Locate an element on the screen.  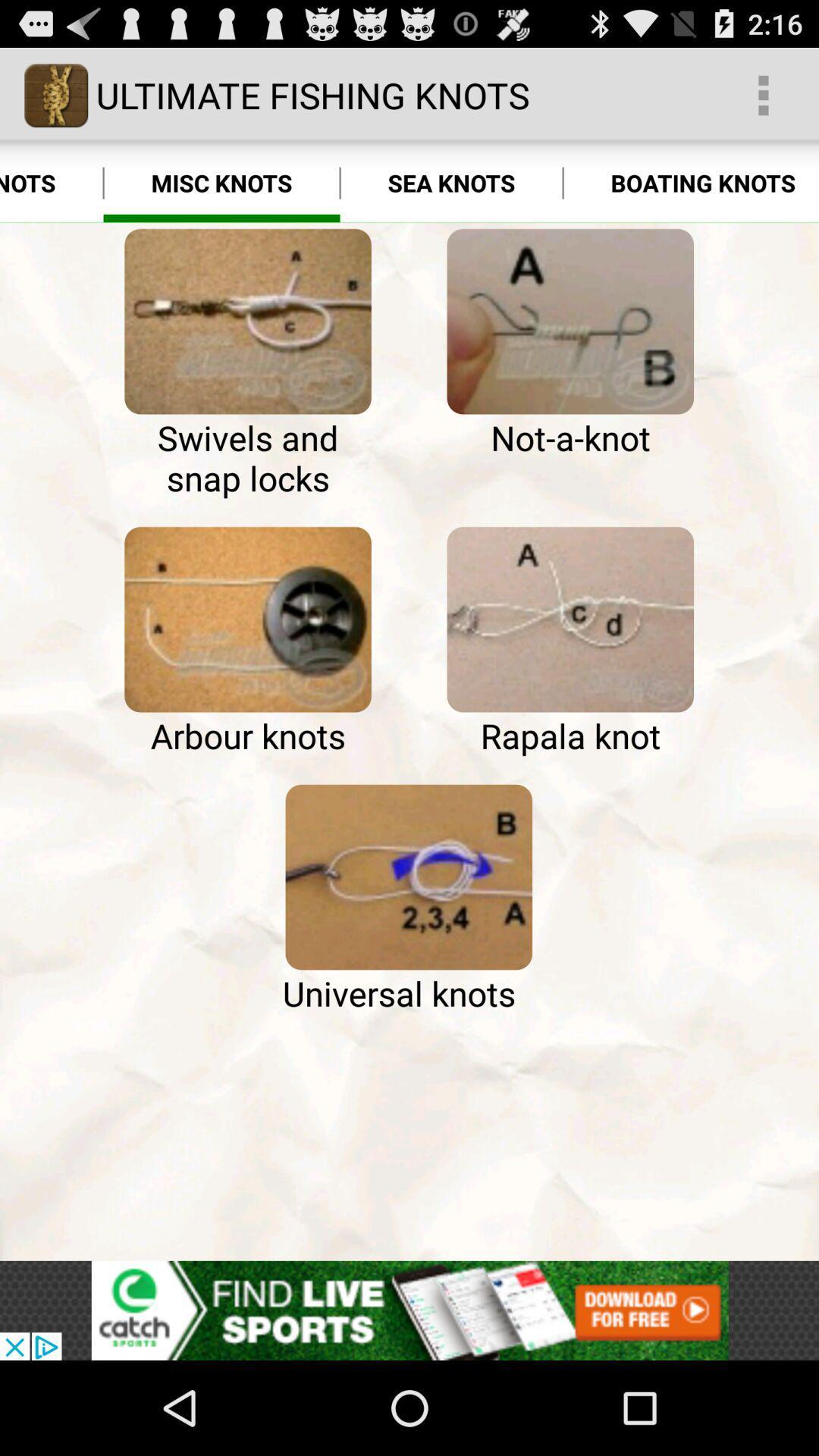
icon next to the hook knots is located at coordinates (247, 321).